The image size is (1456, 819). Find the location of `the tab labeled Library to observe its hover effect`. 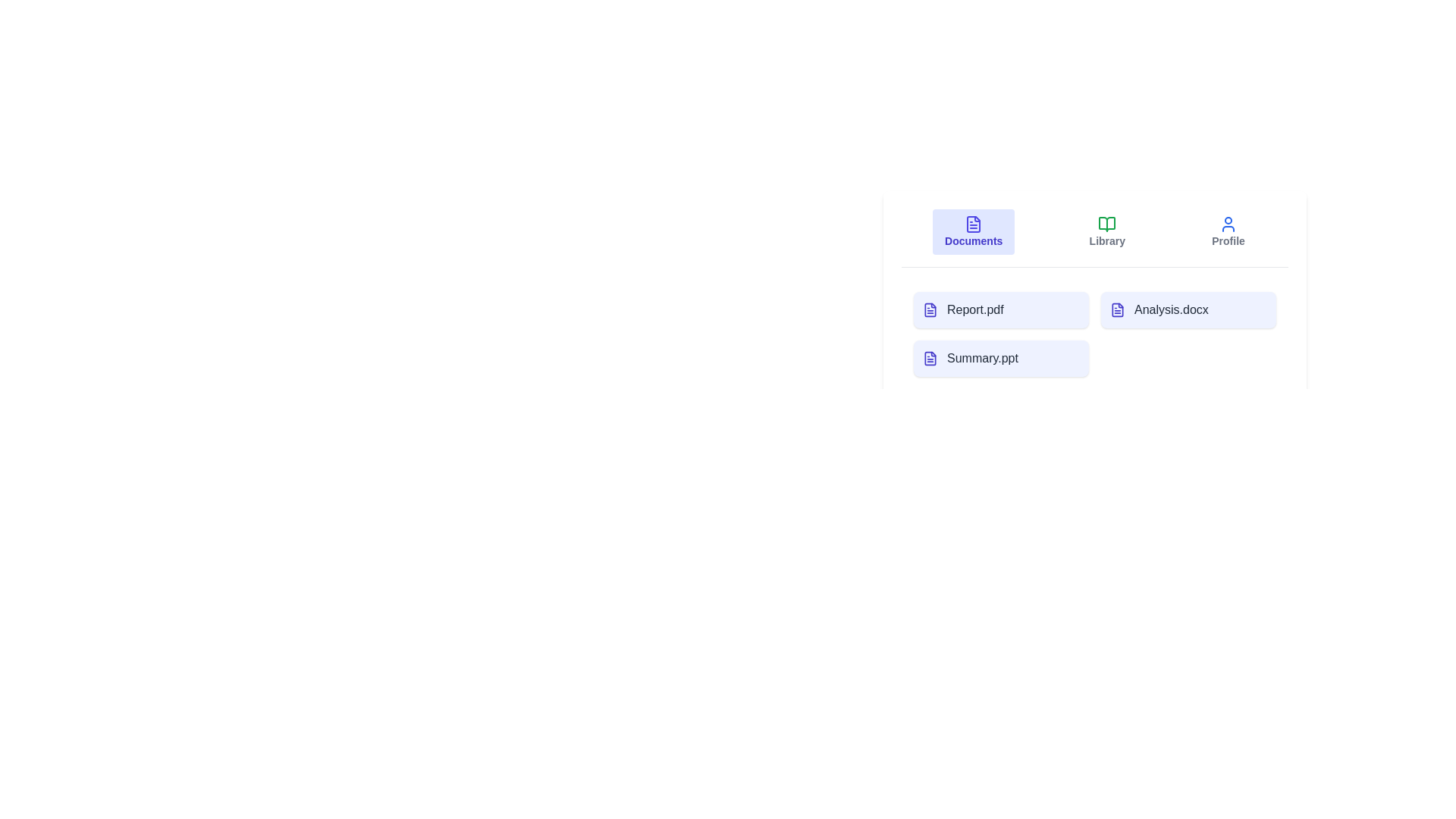

the tab labeled Library to observe its hover effect is located at coordinates (1107, 231).